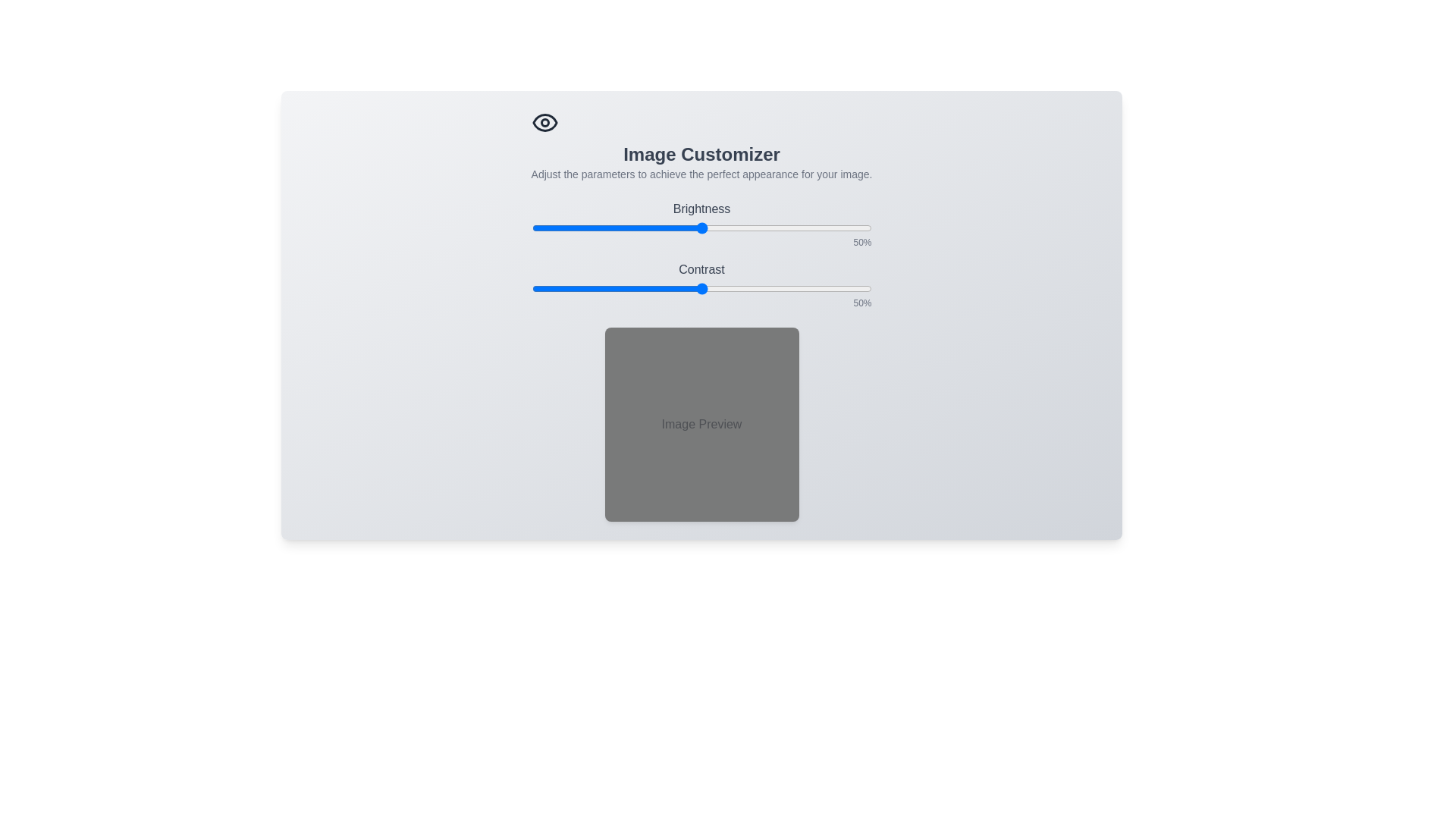 The width and height of the screenshot is (1456, 819). Describe the element at coordinates (670, 289) in the screenshot. I see `the contrast slider to 41%` at that location.